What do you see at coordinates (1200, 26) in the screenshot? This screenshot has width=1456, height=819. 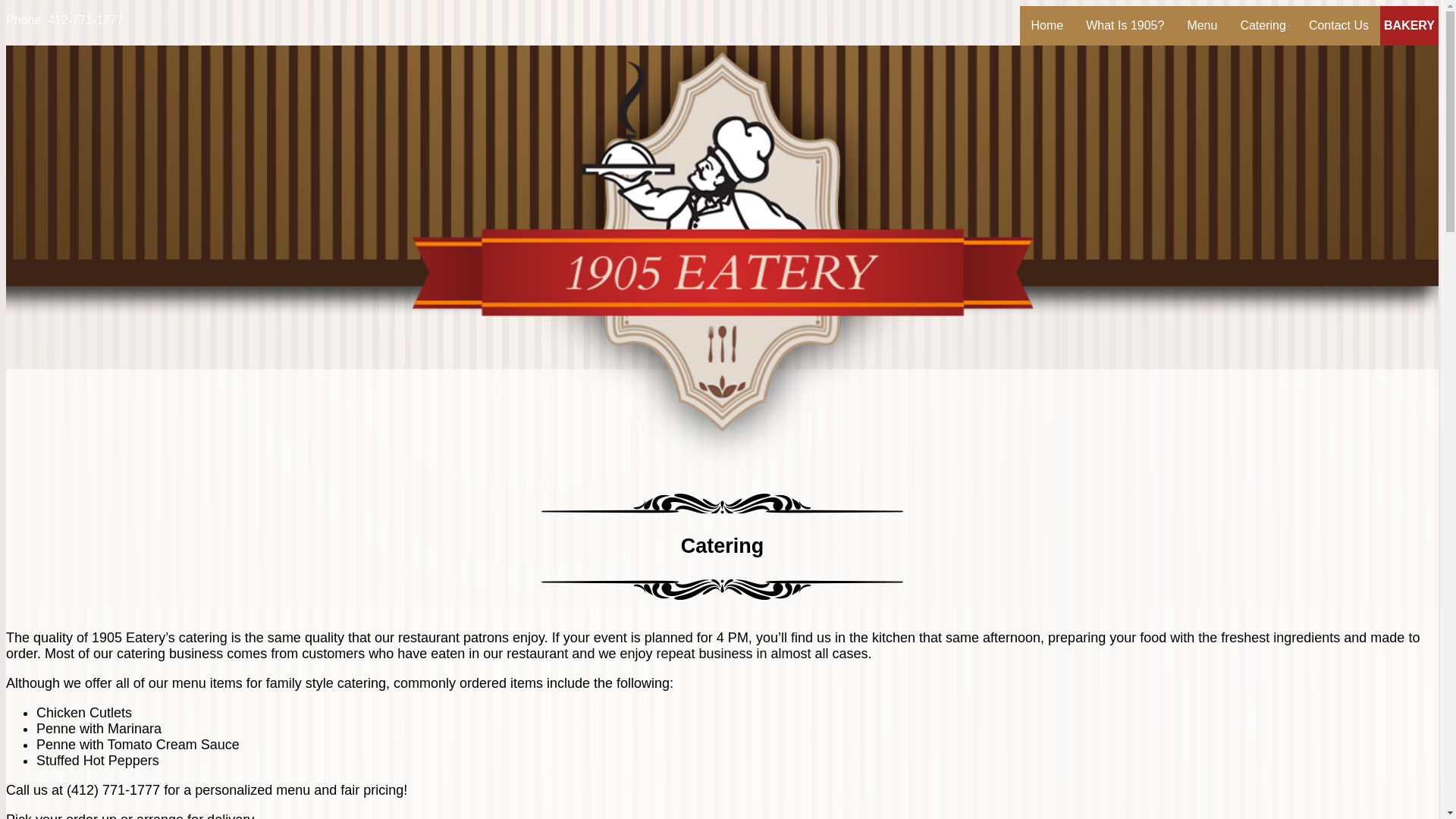 I see `'Menu'` at bounding box center [1200, 26].